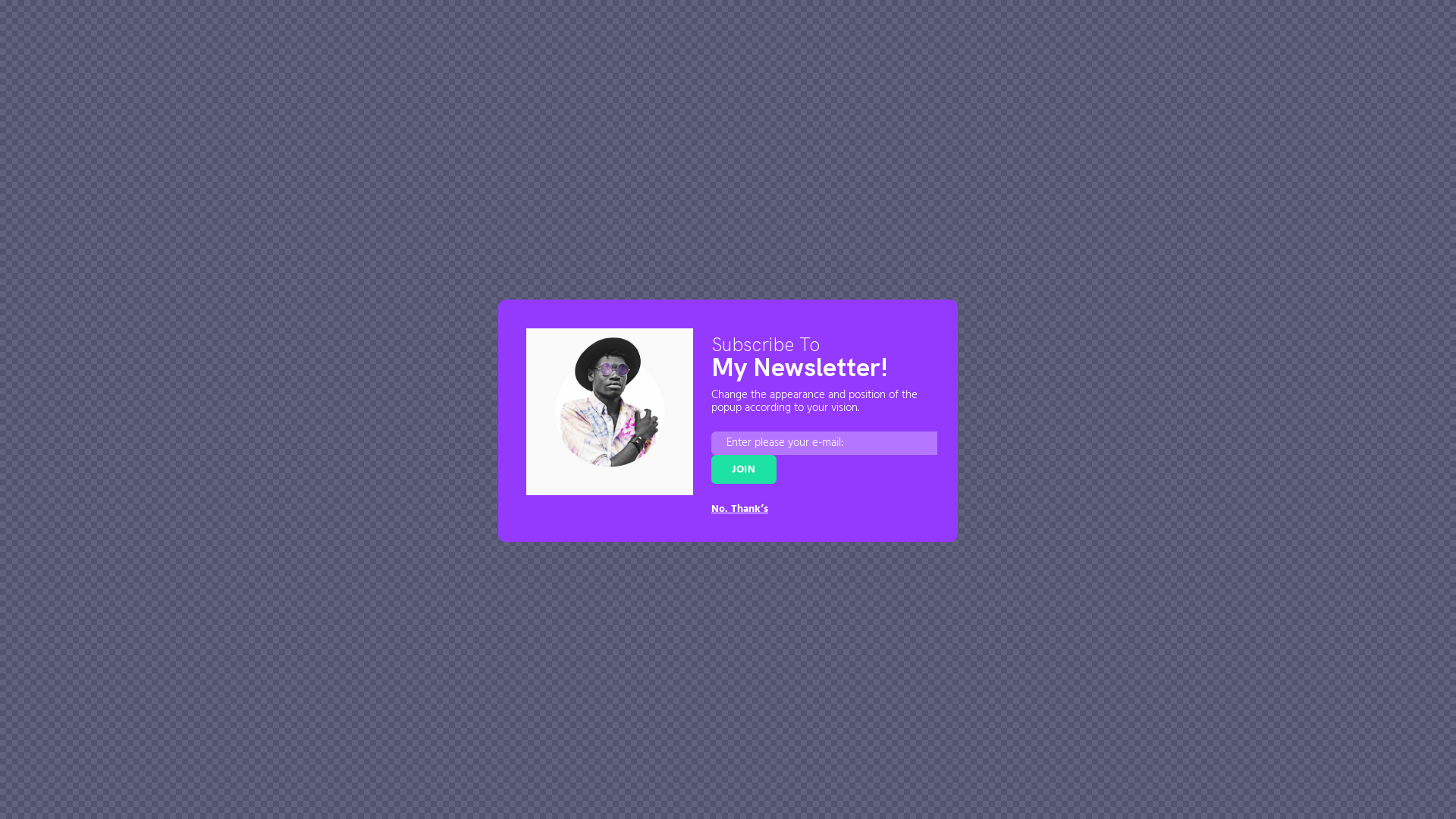  I want to click on 'JOIN', so click(710, 468).